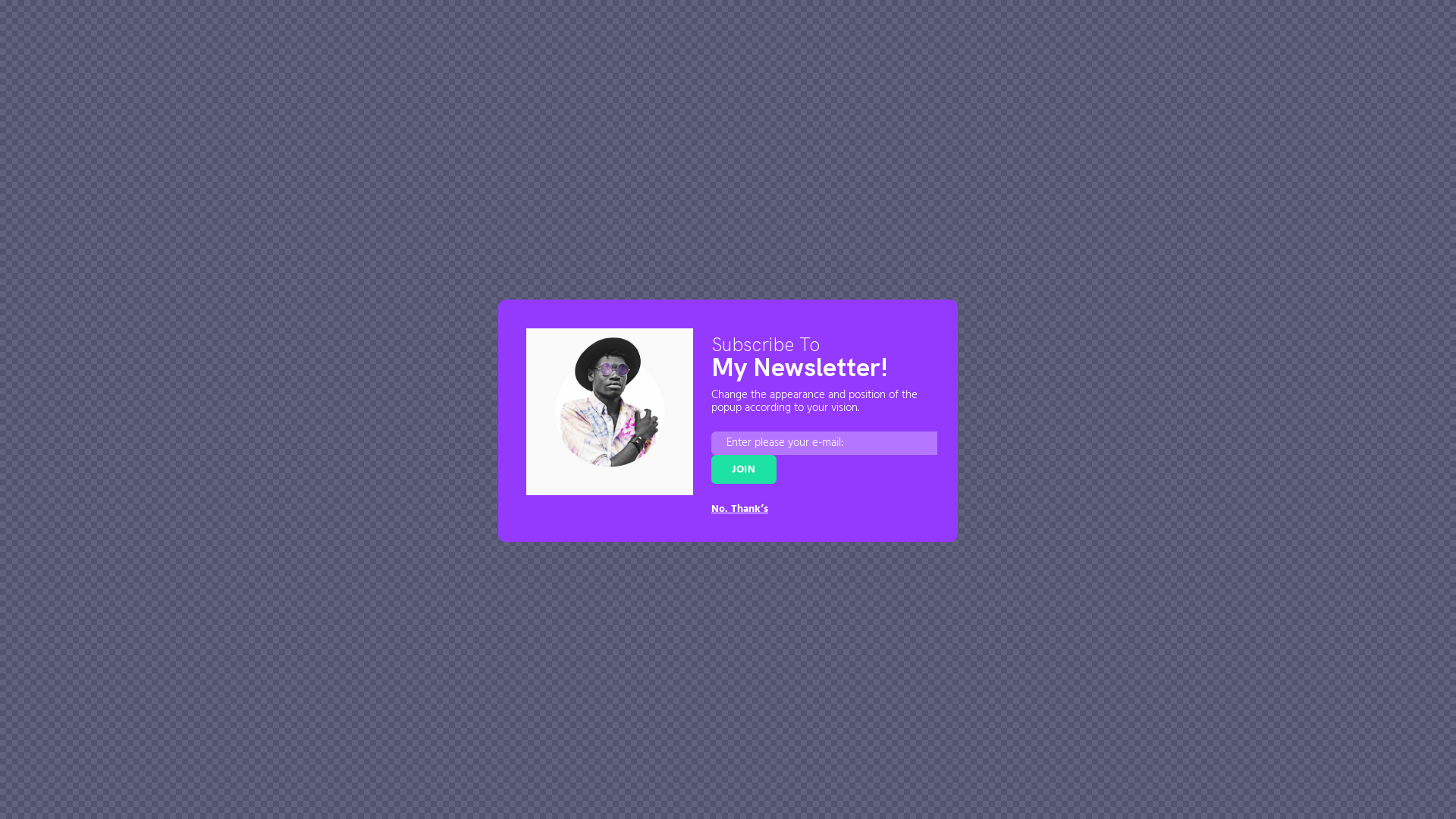  I want to click on 'JOIN', so click(710, 468).